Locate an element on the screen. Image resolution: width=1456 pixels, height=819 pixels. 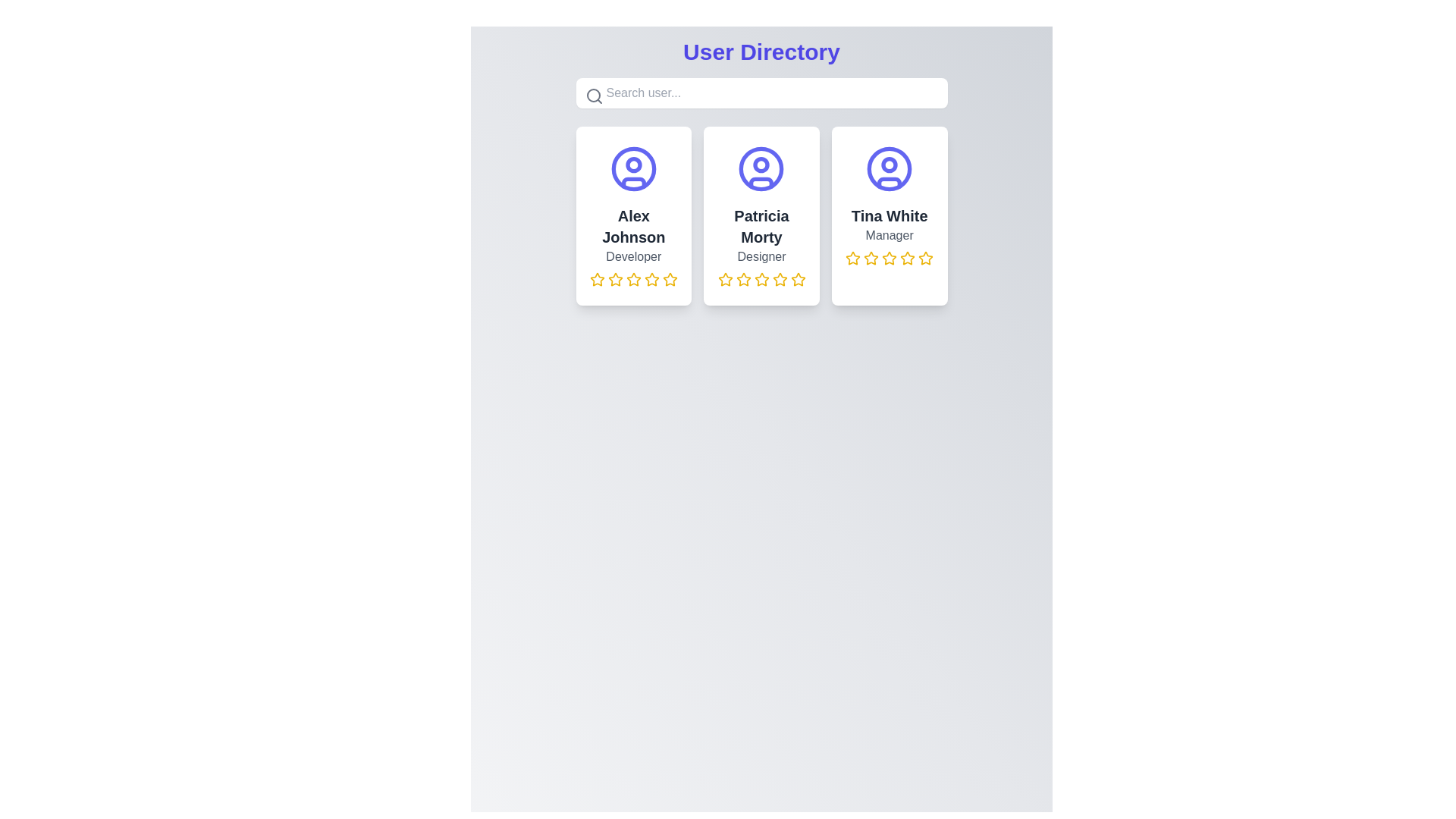
the circular indigo icon depicting a user silhouette, which is located at the top of the third card in the user directory grid is located at coordinates (890, 169).